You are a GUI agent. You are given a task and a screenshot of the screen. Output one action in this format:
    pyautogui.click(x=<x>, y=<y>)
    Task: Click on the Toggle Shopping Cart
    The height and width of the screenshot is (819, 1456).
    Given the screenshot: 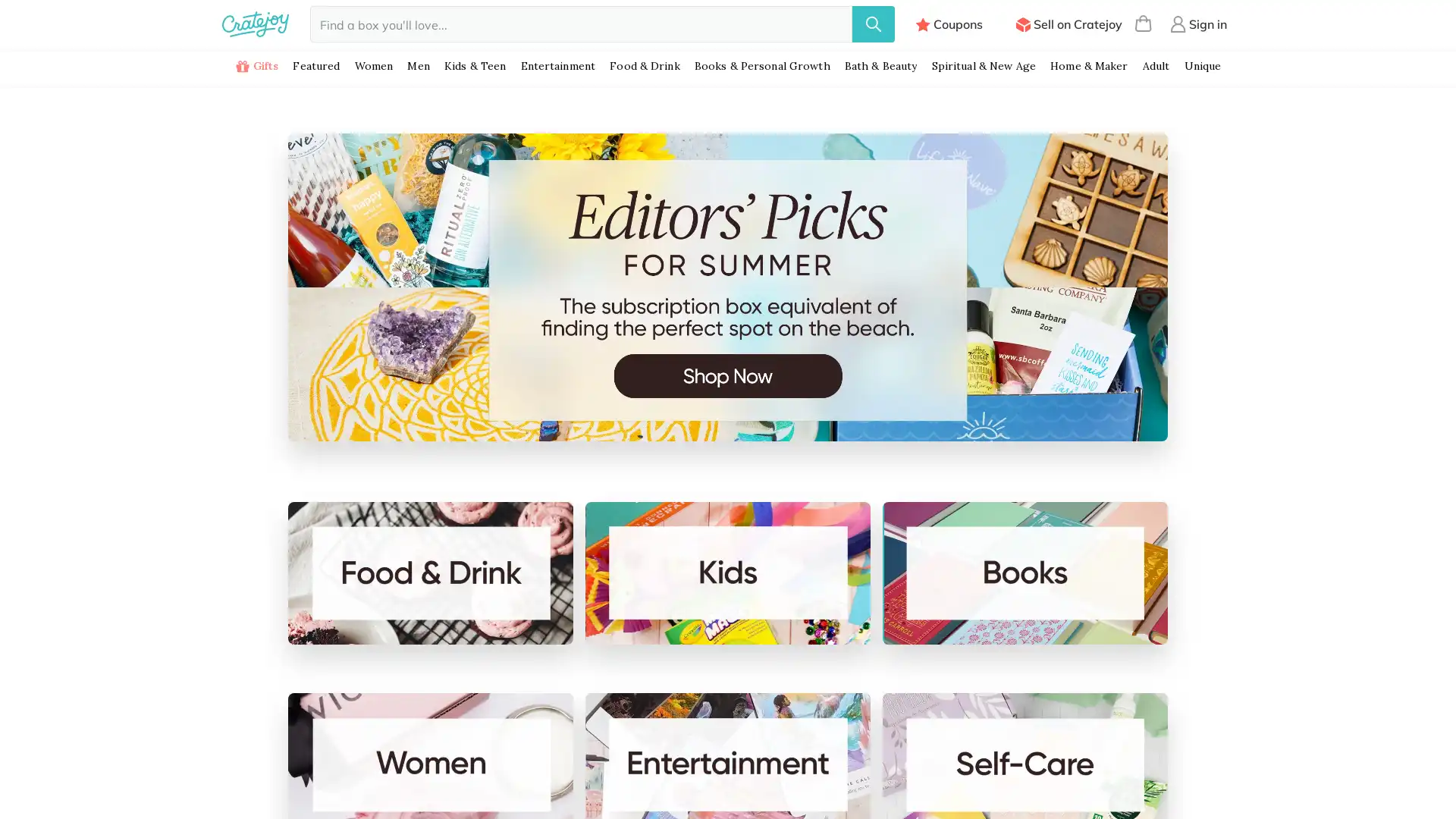 What is the action you would take?
    pyautogui.click(x=1143, y=24)
    